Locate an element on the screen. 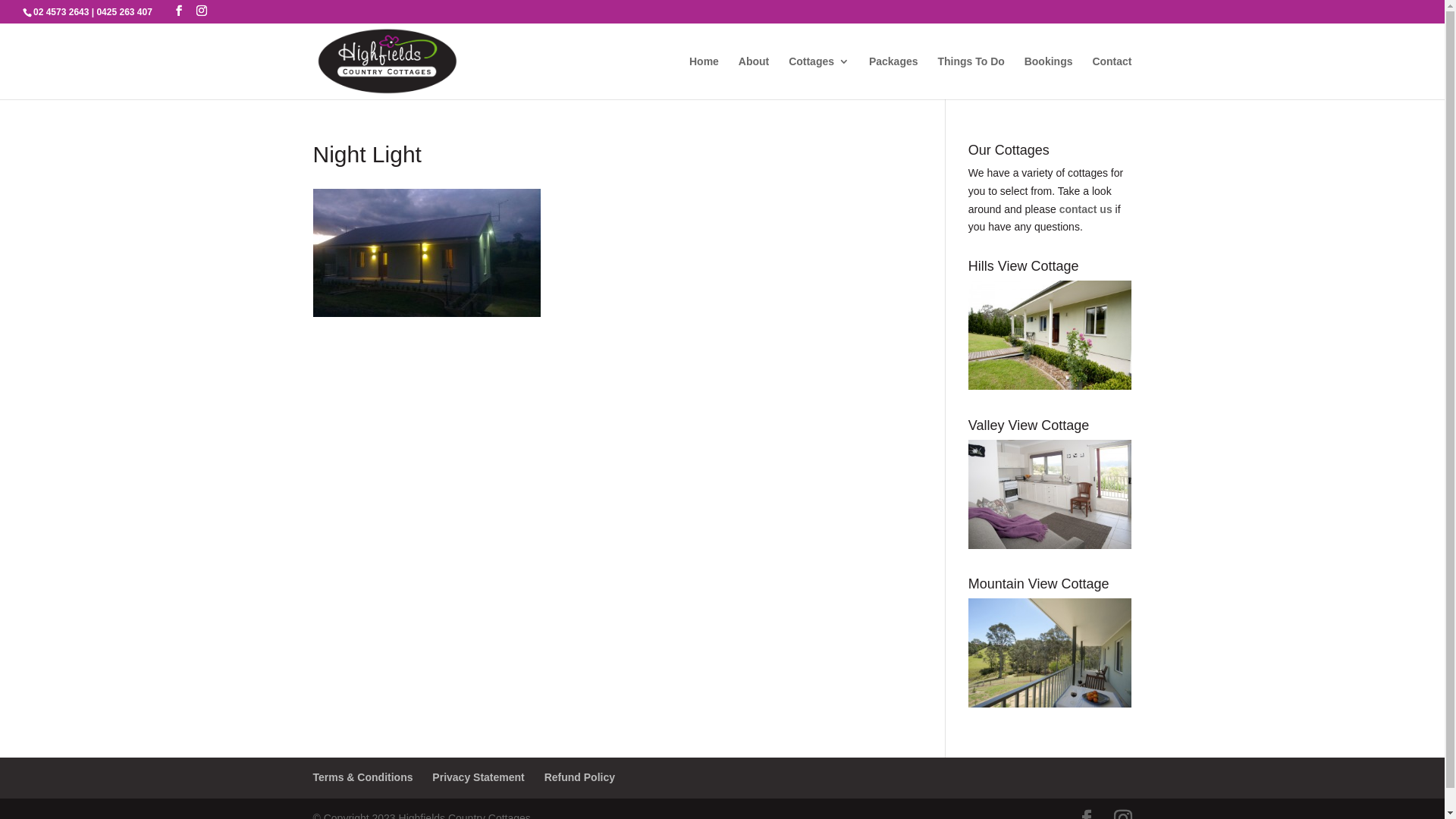  'Terms & Conditions' is located at coordinates (362, 777).